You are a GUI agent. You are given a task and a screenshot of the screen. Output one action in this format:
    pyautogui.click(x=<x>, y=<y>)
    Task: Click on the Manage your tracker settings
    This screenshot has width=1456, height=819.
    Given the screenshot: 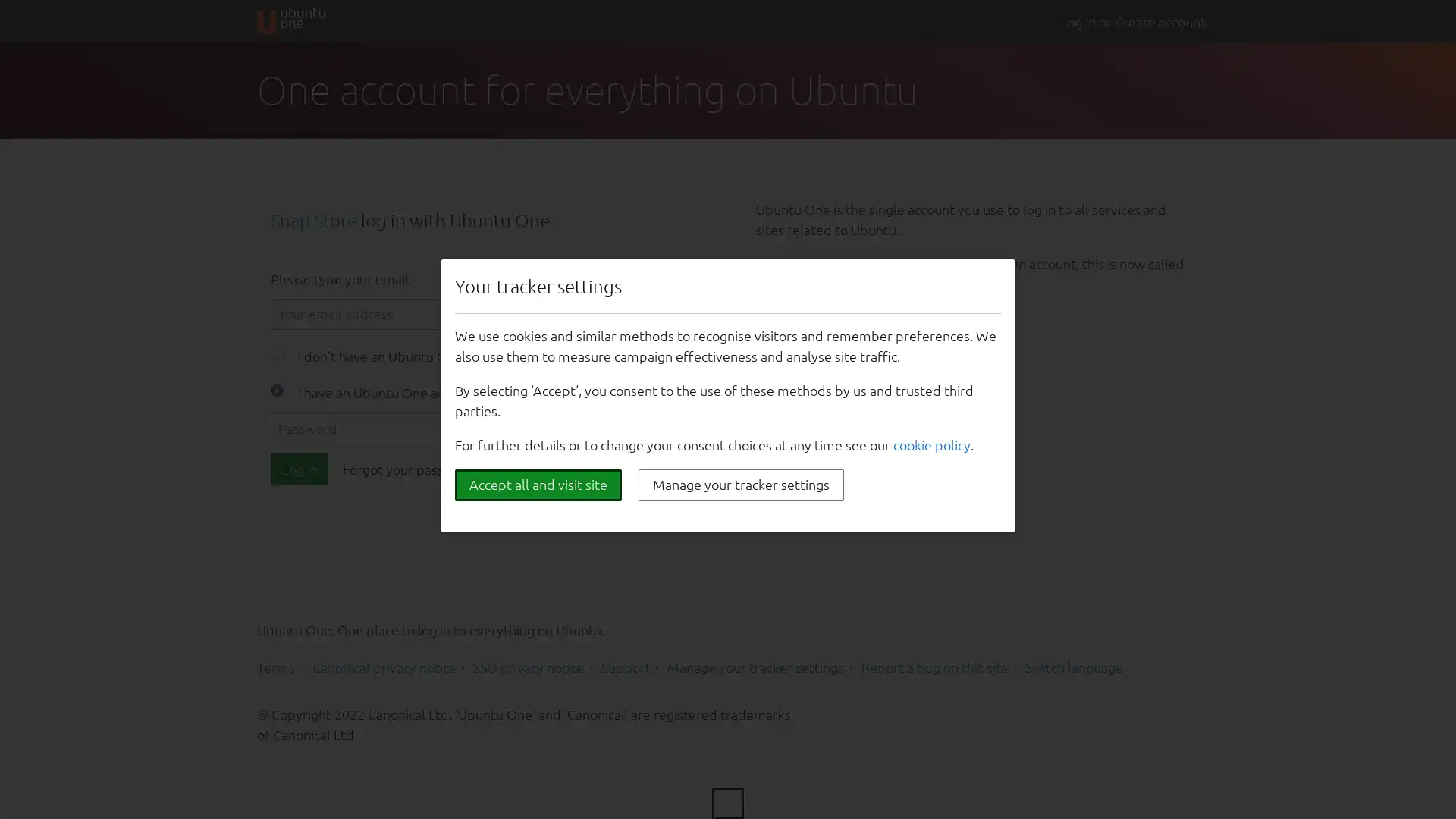 What is the action you would take?
    pyautogui.click(x=741, y=485)
    